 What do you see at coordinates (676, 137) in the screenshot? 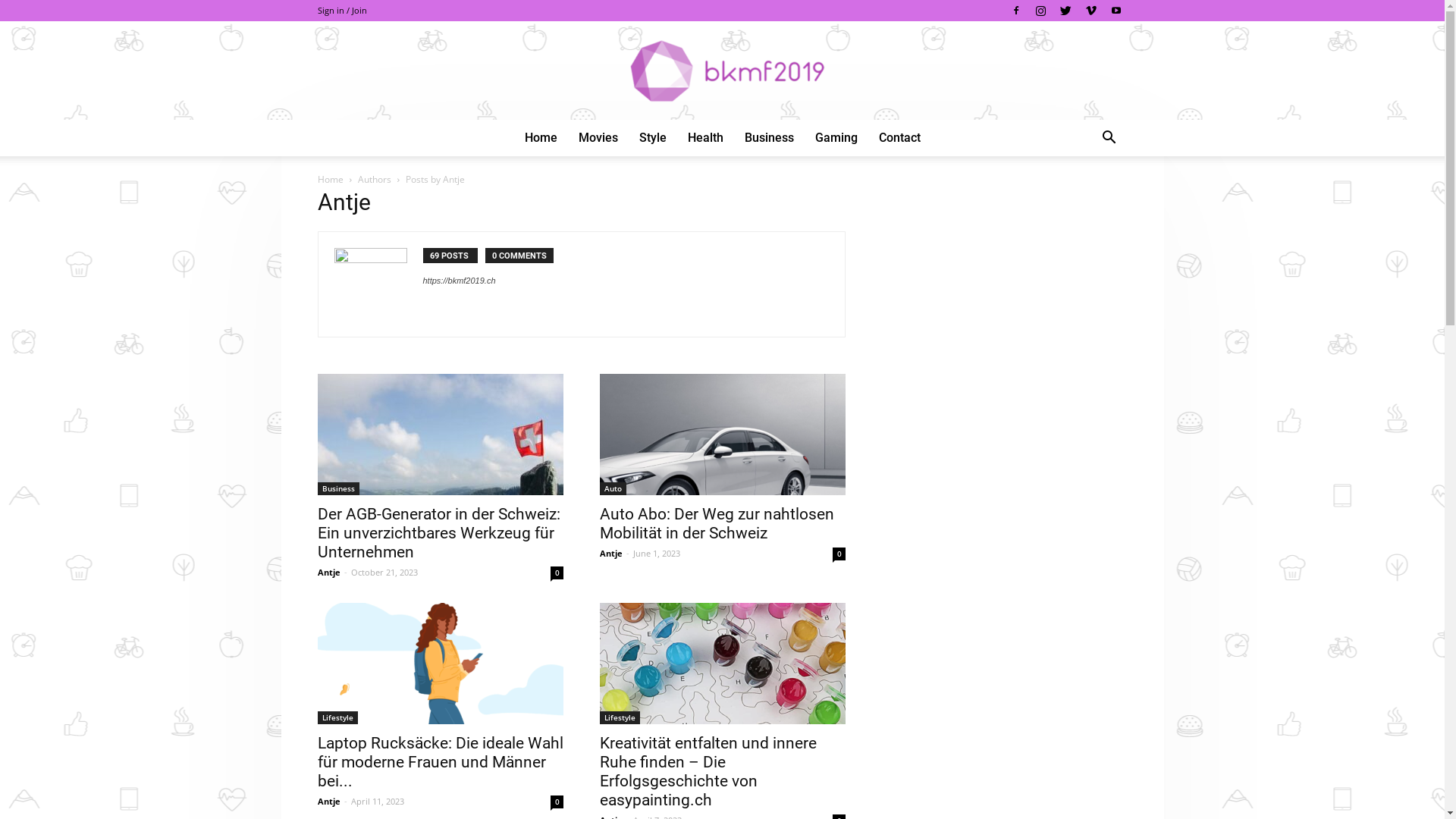
I see `'Health'` at bounding box center [676, 137].